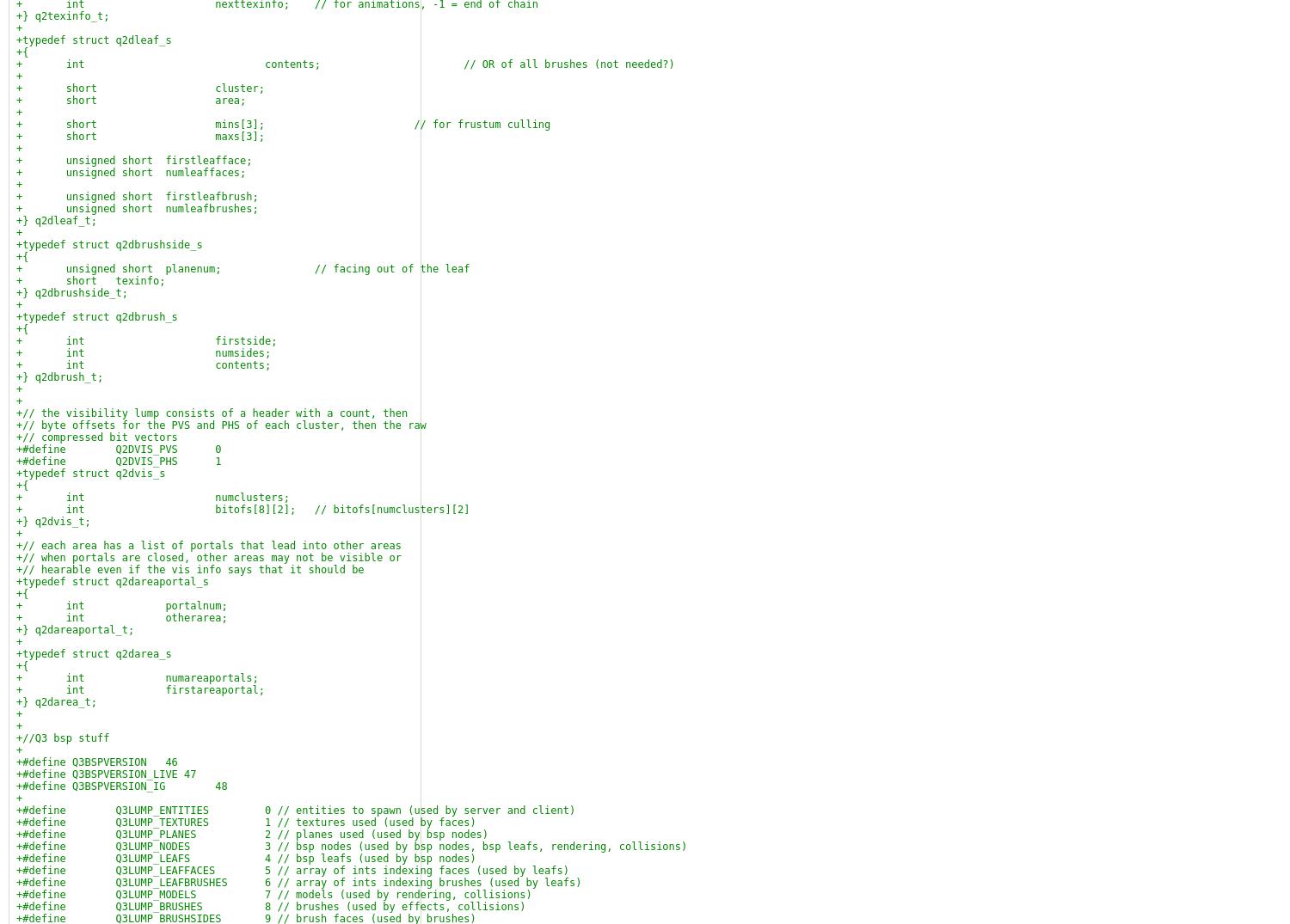 The height and width of the screenshot is (924, 1290). Describe the element at coordinates (16, 616) in the screenshot. I see `'+       int             otherarea;'` at that location.